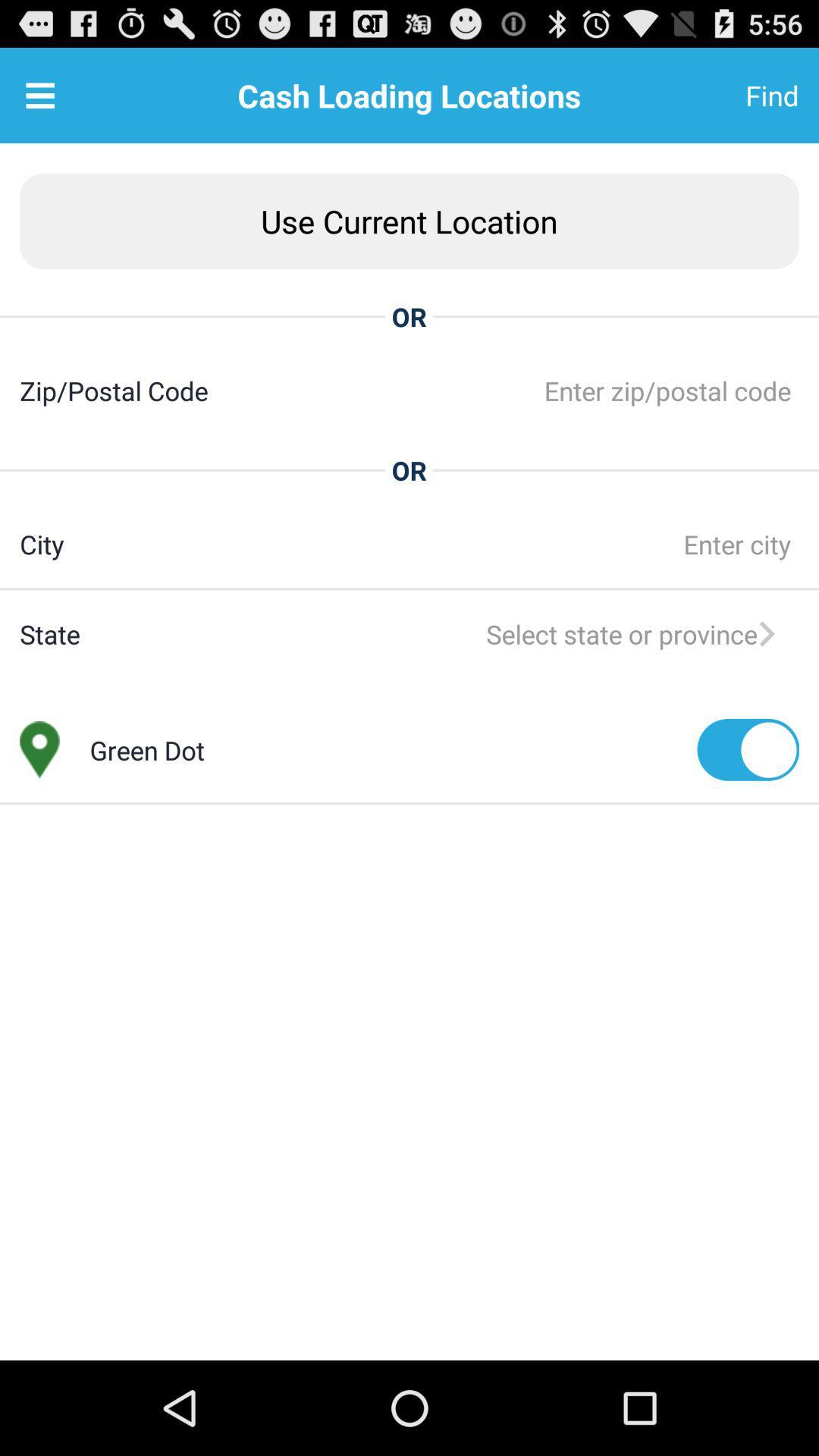 The image size is (819, 1456). What do you see at coordinates (504, 391) in the screenshot?
I see `the app to the right of zip/postal code` at bounding box center [504, 391].